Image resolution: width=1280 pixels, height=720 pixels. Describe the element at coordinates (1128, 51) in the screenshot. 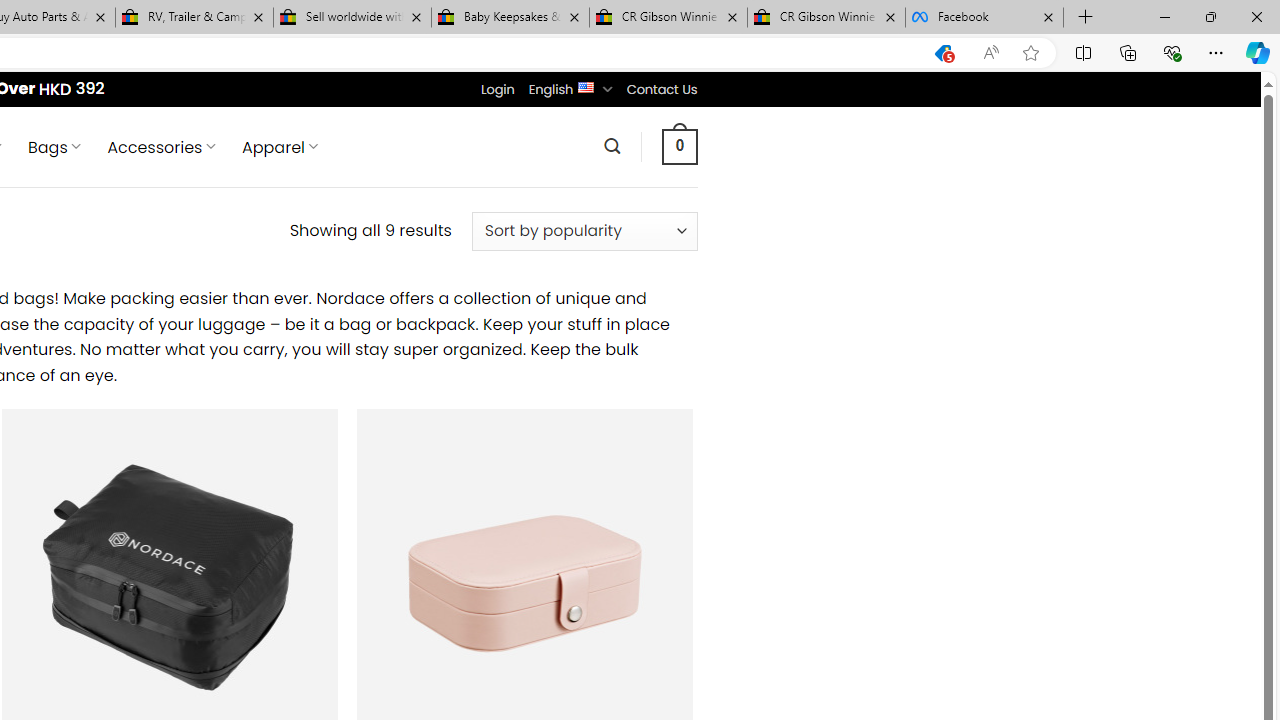

I see `'Collections'` at that location.